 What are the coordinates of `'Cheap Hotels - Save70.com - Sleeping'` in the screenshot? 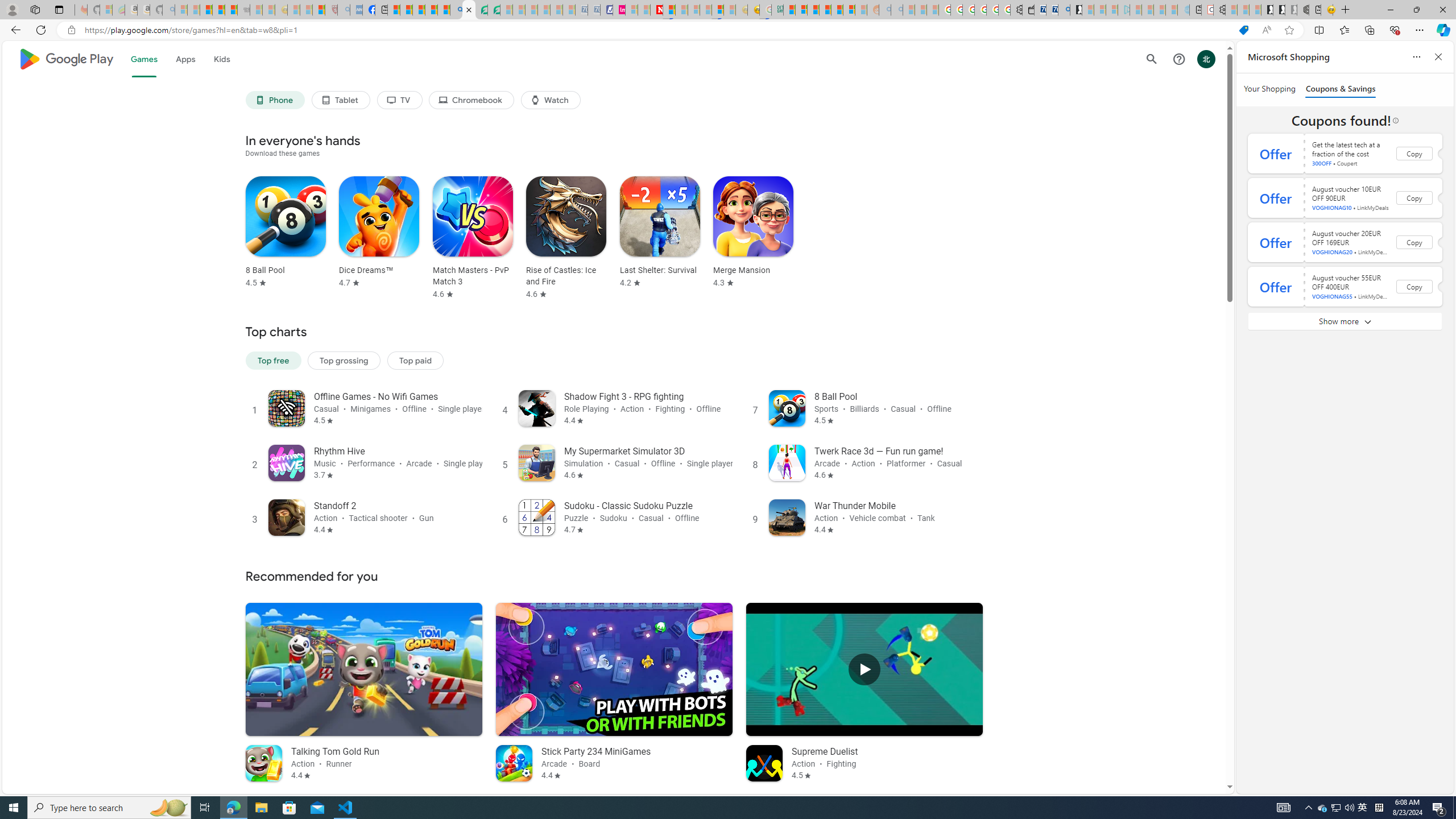 It's located at (593, 9).